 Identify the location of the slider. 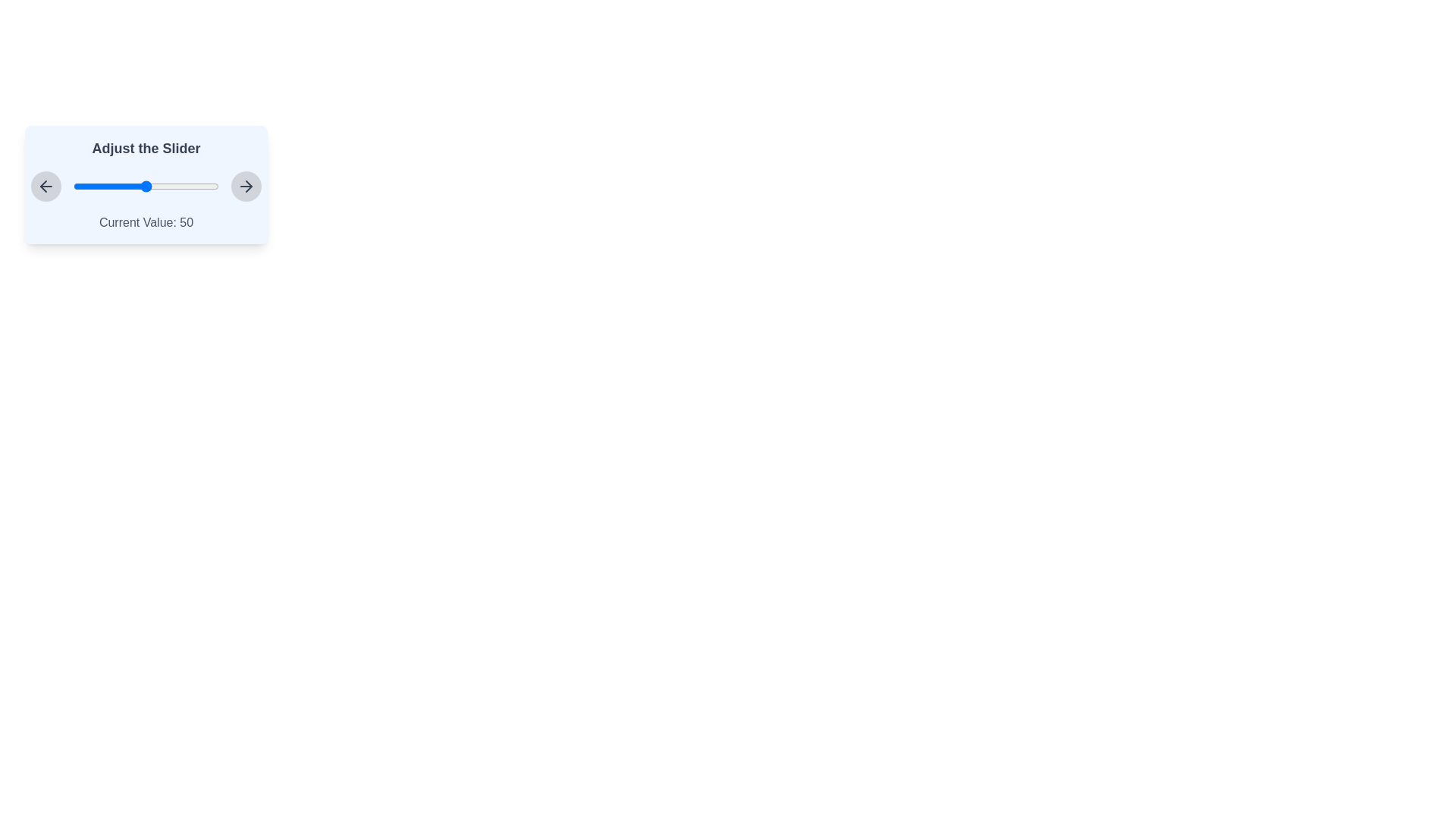
(118, 186).